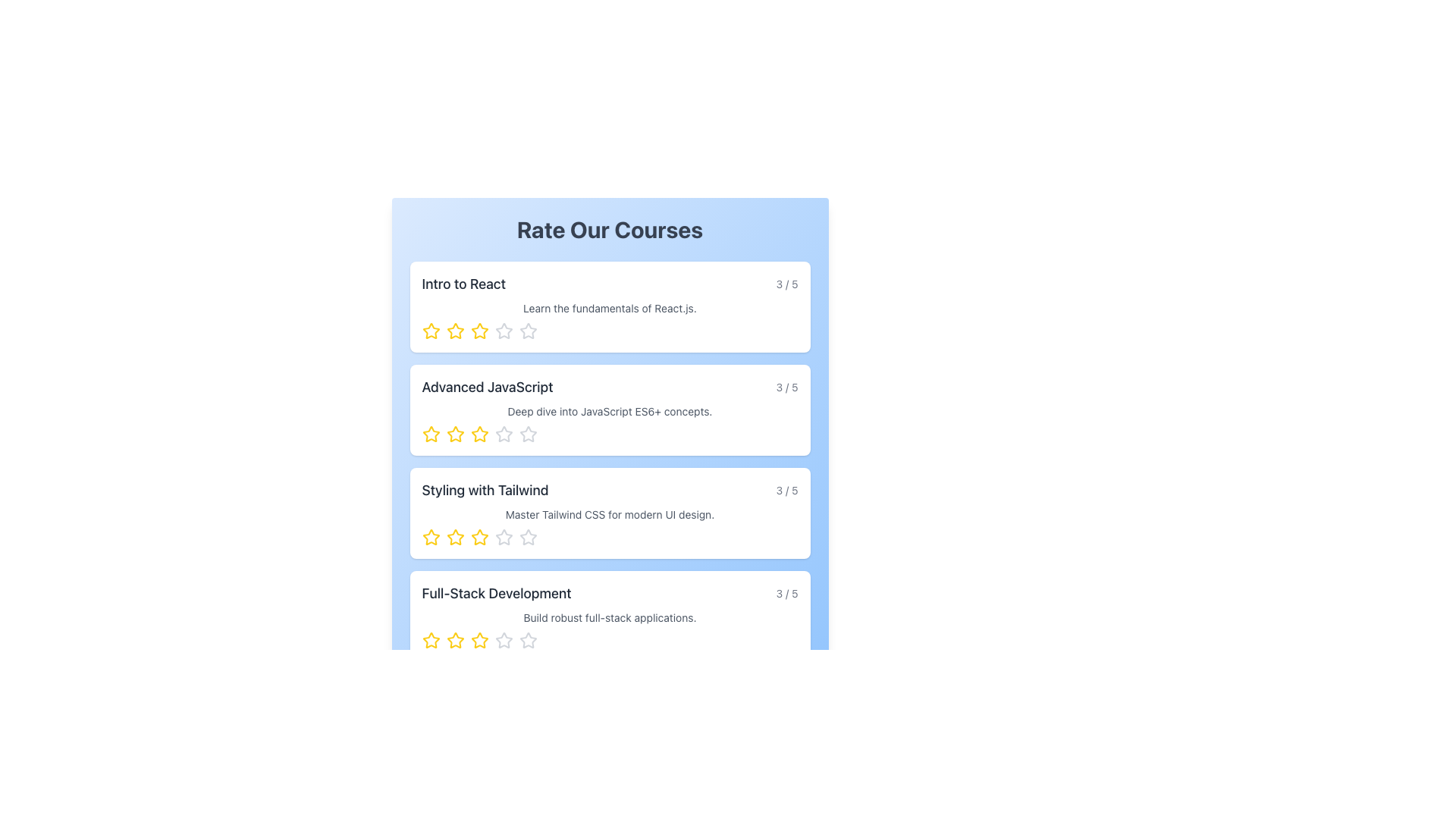 This screenshot has height=819, width=1456. I want to click on the fourth inactive rating star icon to give a 4-star rating for the course 'Styling with Tailwind', so click(504, 537).